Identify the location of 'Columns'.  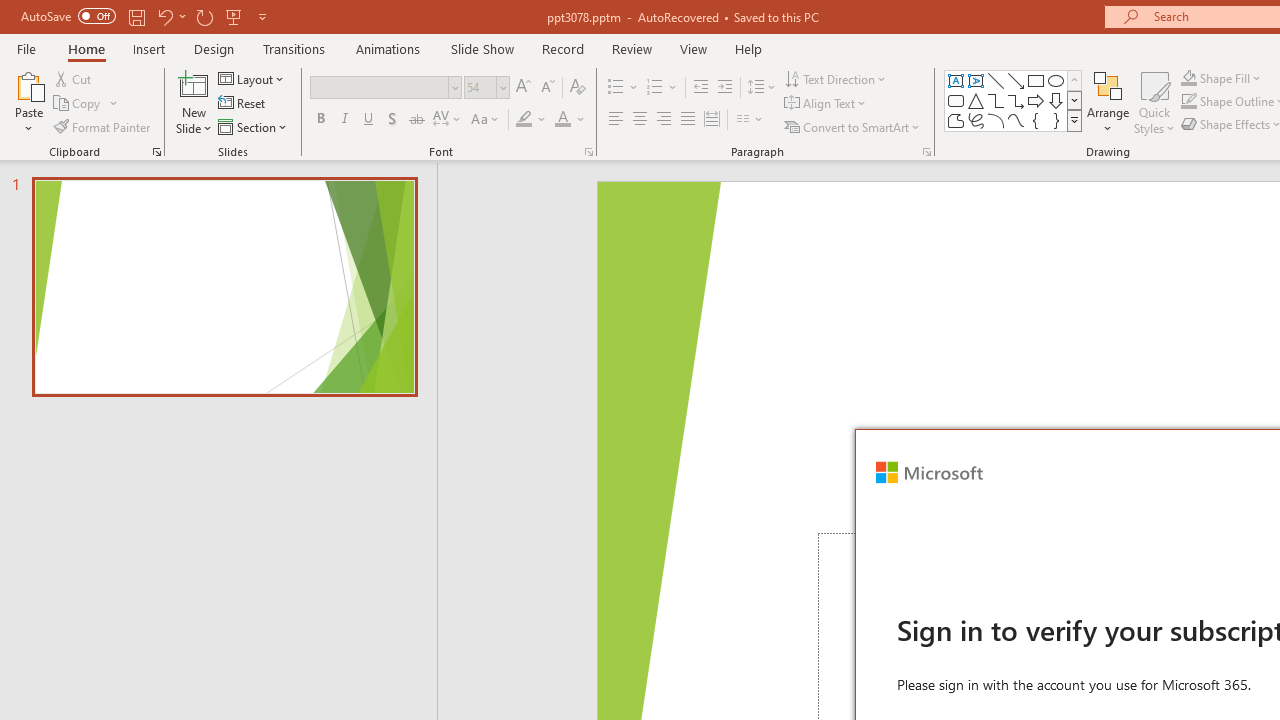
(749, 119).